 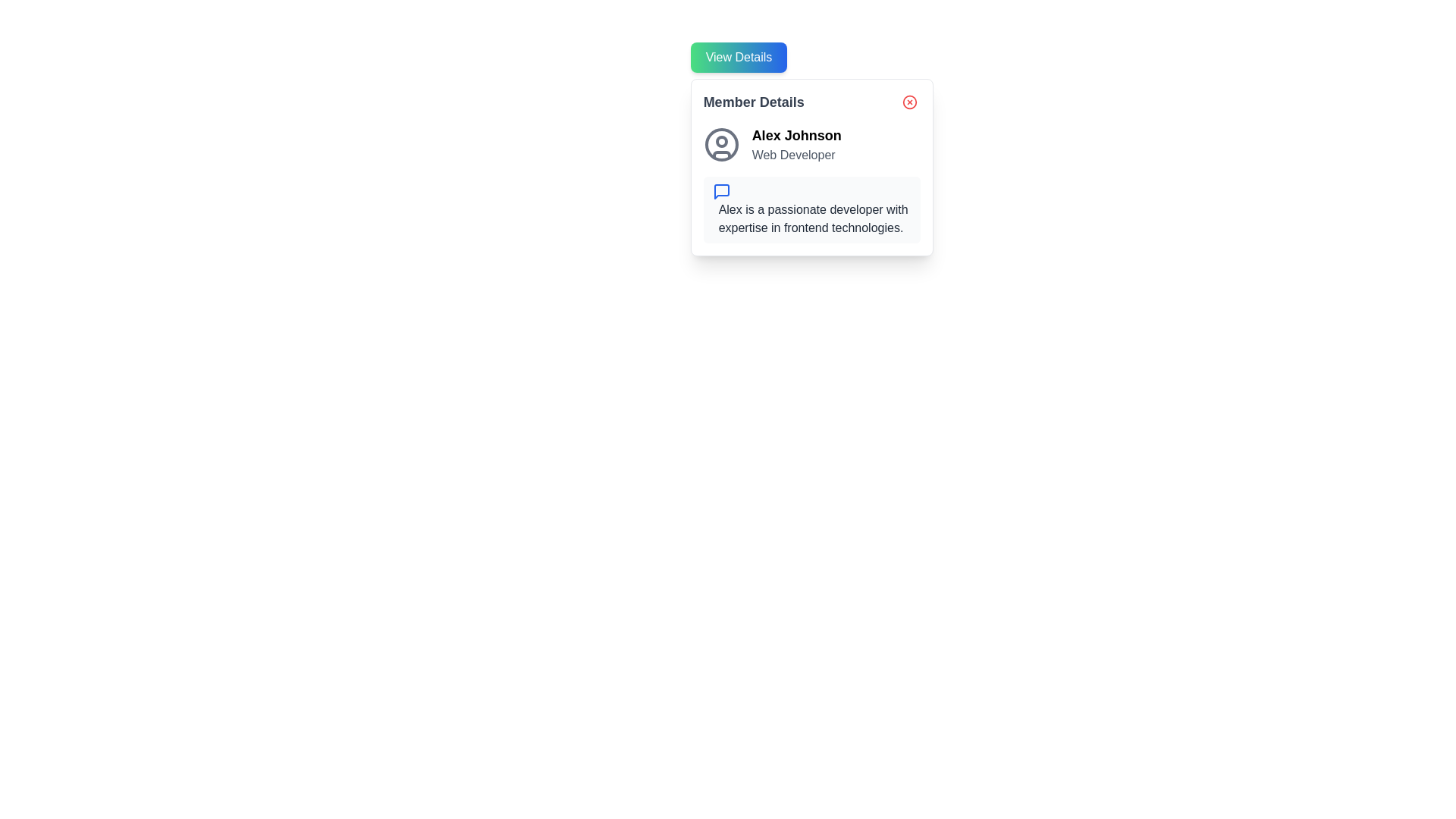 What do you see at coordinates (720, 145) in the screenshot?
I see `the user profile icon located on the left side of the profile section, which contains the text 'Alex Johnson' and 'Web Developer'` at bounding box center [720, 145].